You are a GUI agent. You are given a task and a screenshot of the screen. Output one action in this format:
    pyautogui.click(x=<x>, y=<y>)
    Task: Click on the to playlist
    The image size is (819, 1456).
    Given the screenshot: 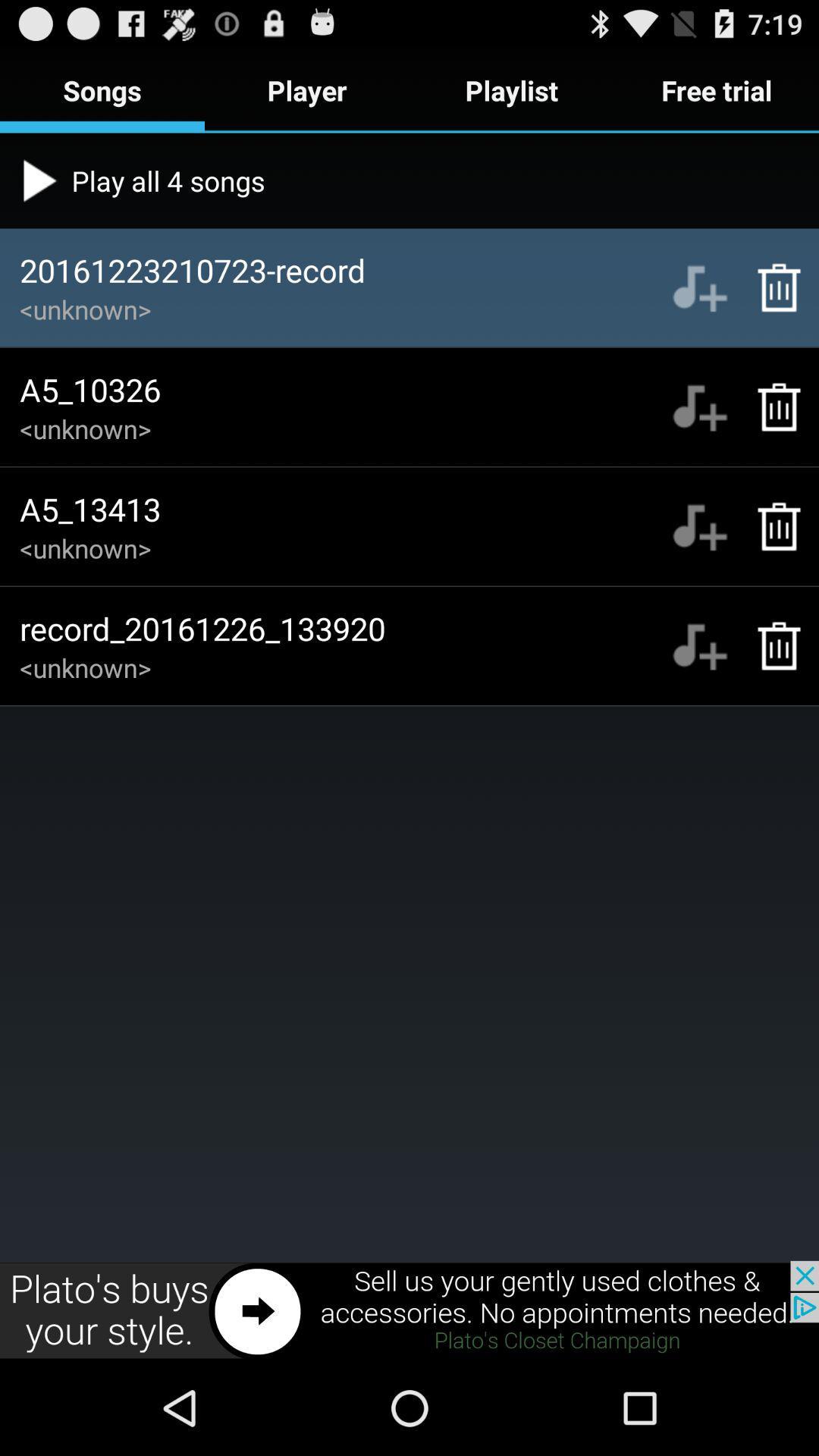 What is the action you would take?
    pyautogui.click(x=699, y=287)
    